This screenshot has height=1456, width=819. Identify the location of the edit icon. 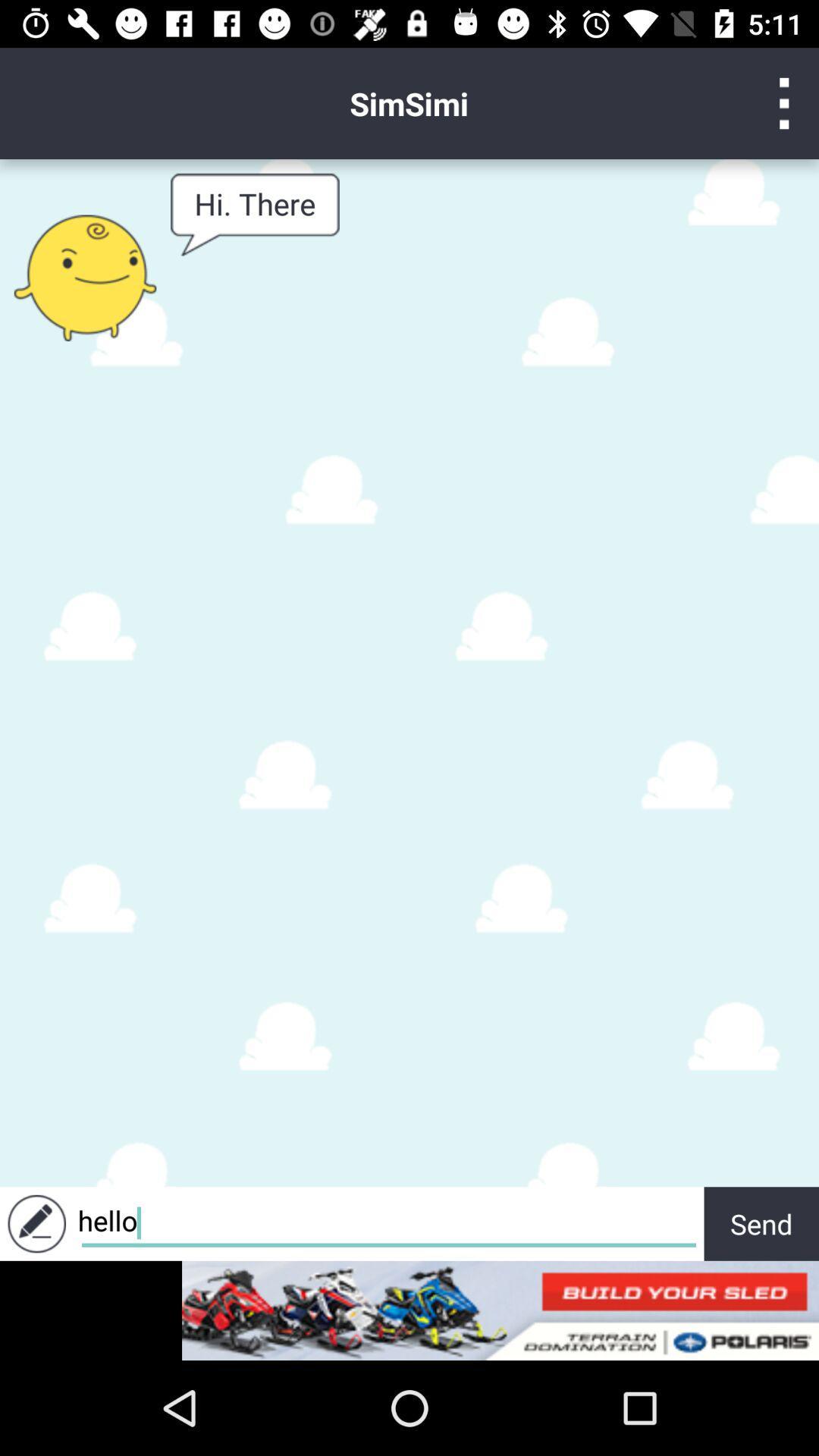
(36, 1223).